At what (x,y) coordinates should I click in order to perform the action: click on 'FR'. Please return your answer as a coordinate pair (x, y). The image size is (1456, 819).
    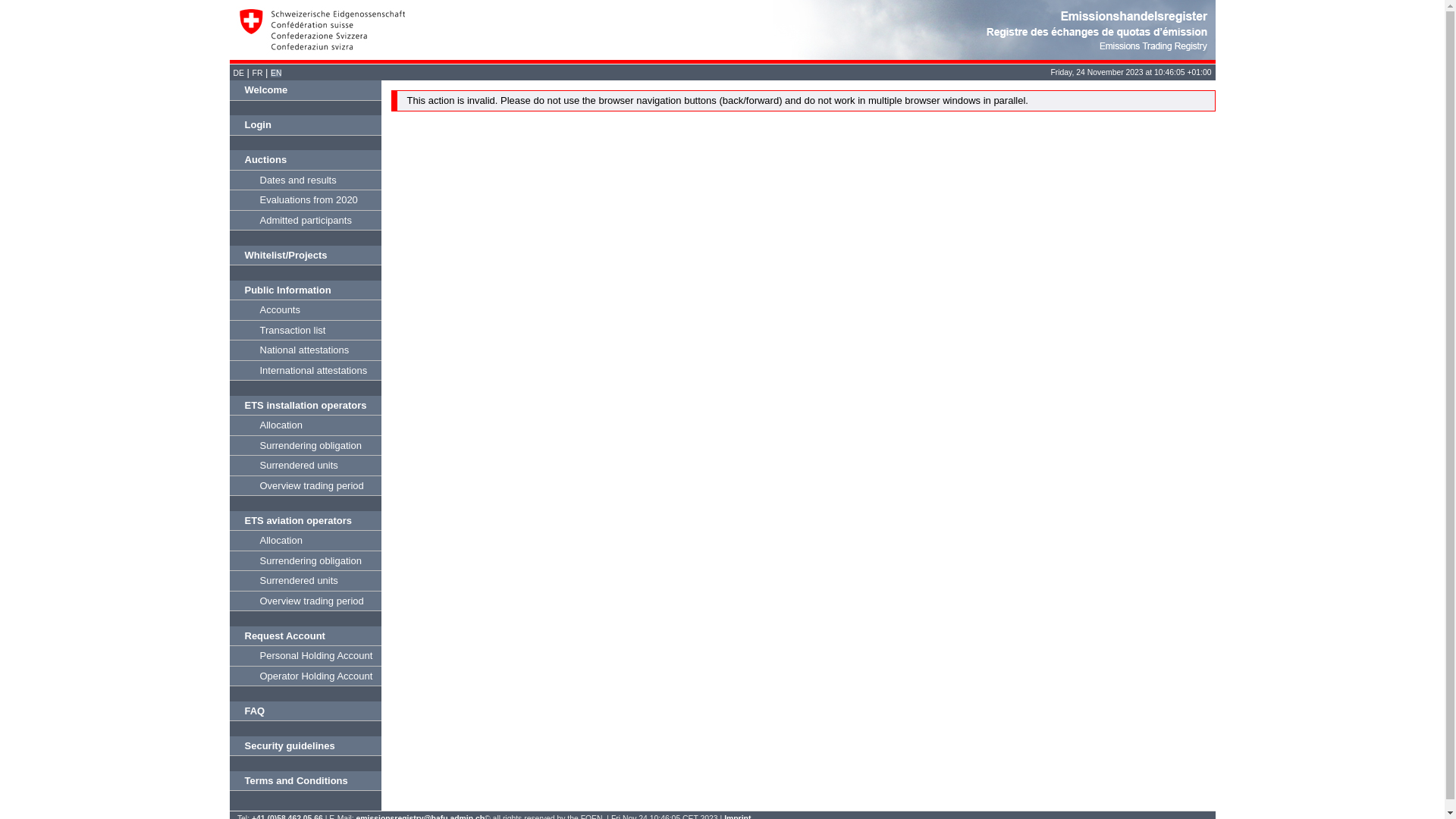
    Looking at the image, I should click on (258, 73).